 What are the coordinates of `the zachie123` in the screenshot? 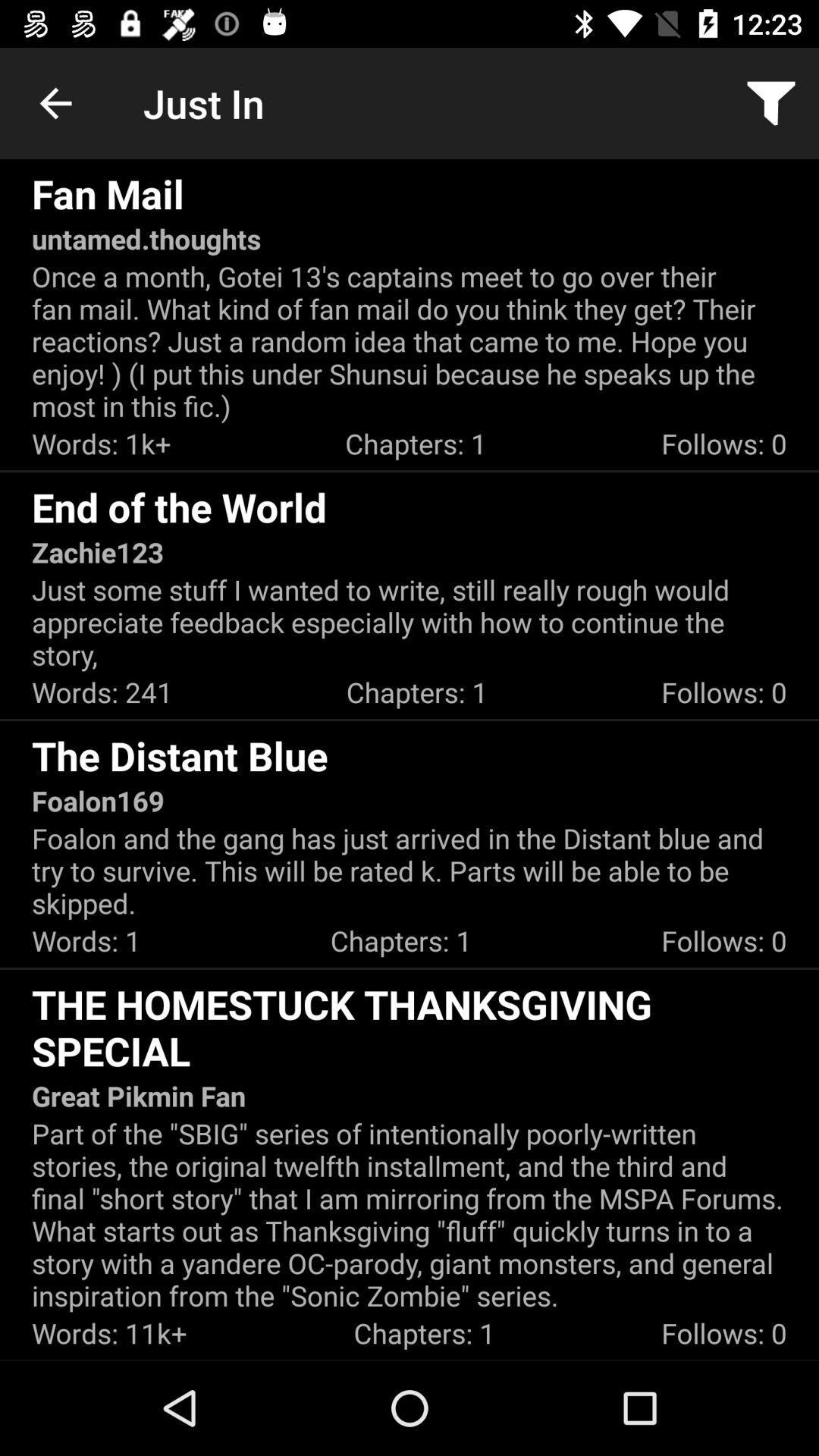 It's located at (97, 551).